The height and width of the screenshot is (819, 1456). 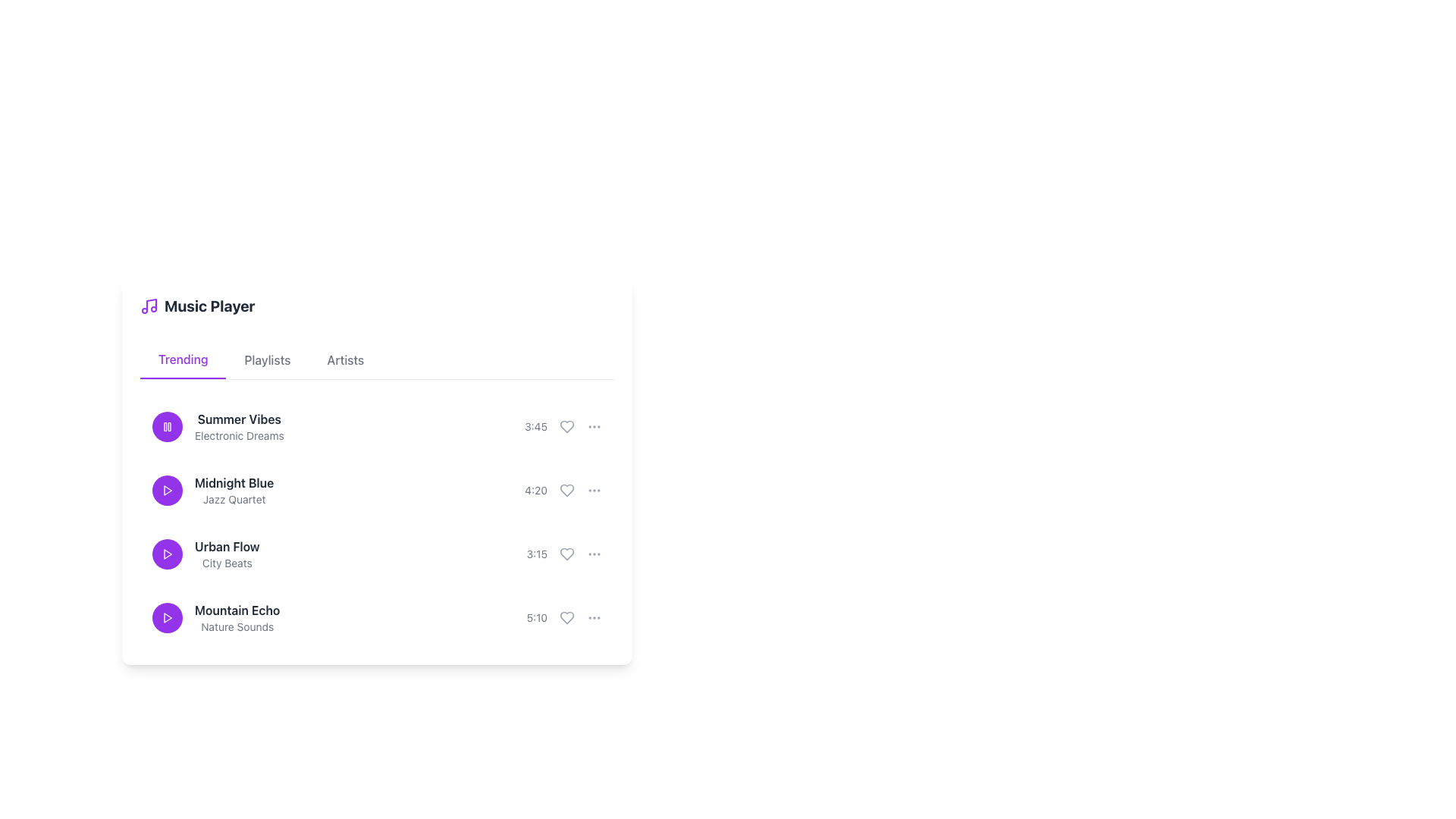 What do you see at coordinates (267, 359) in the screenshot?
I see `to activate the 'Playlists' tab within the horizontal navigation bar, which is the second item labeled 'Playlists' next to 'Trending'` at bounding box center [267, 359].